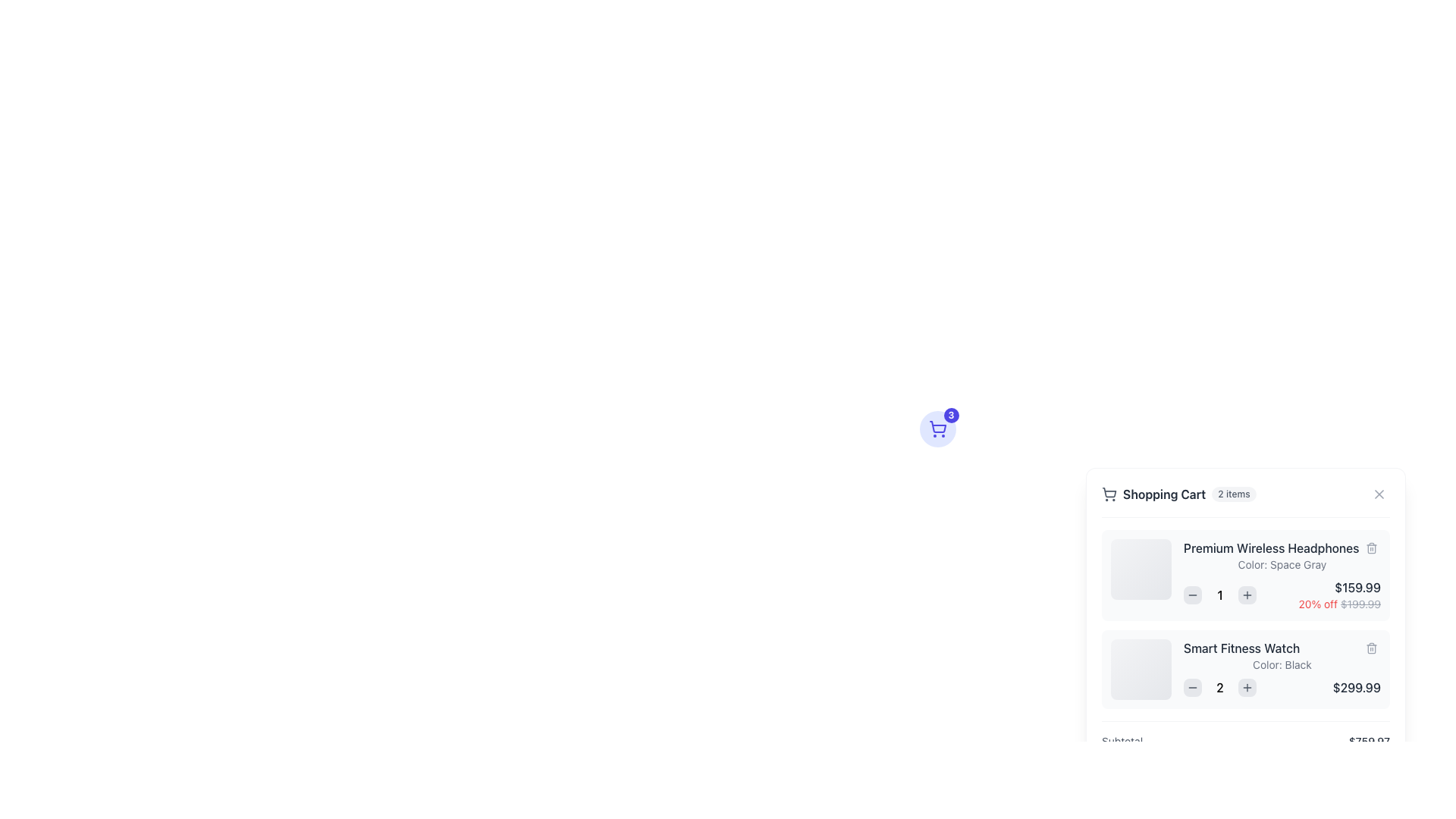 The image size is (1456, 819). Describe the element at coordinates (1247, 595) in the screenshot. I see `the button that increases the quantity of the 'Premium Wireless Headphones' in the shopping cart` at that location.